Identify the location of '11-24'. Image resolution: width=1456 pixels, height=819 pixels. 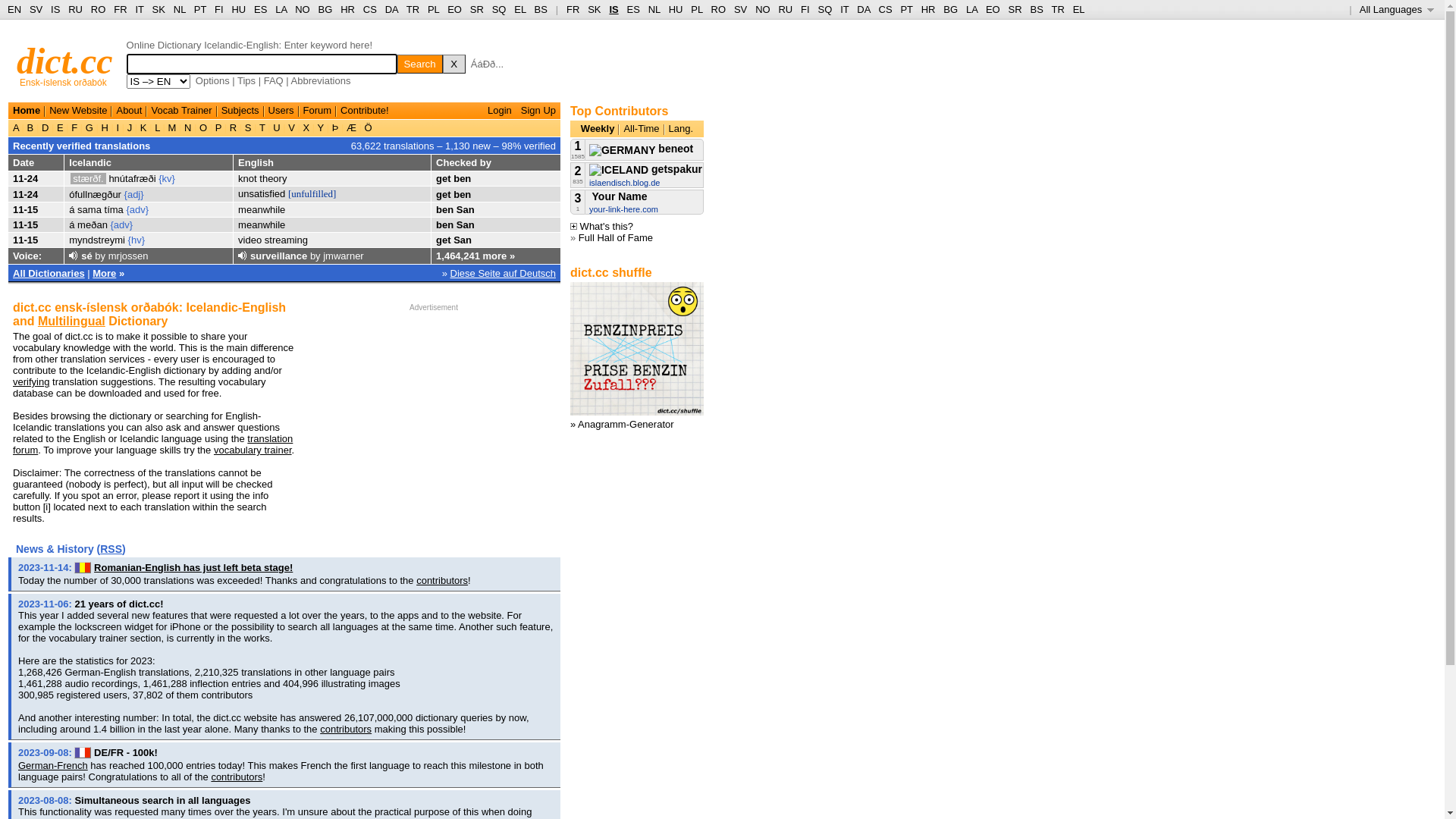
(25, 193).